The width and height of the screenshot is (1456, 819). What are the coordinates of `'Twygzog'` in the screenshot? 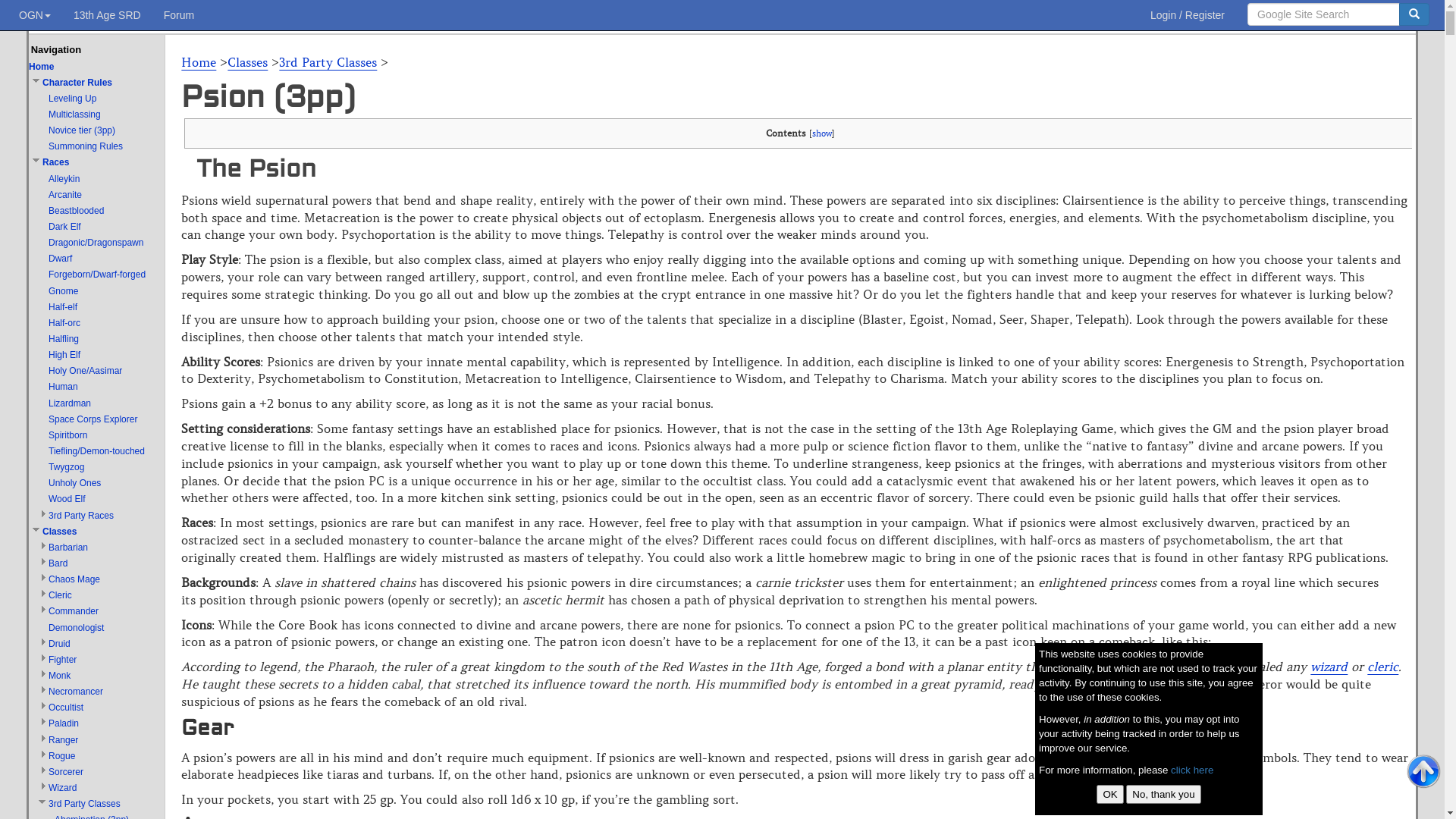 It's located at (65, 466).